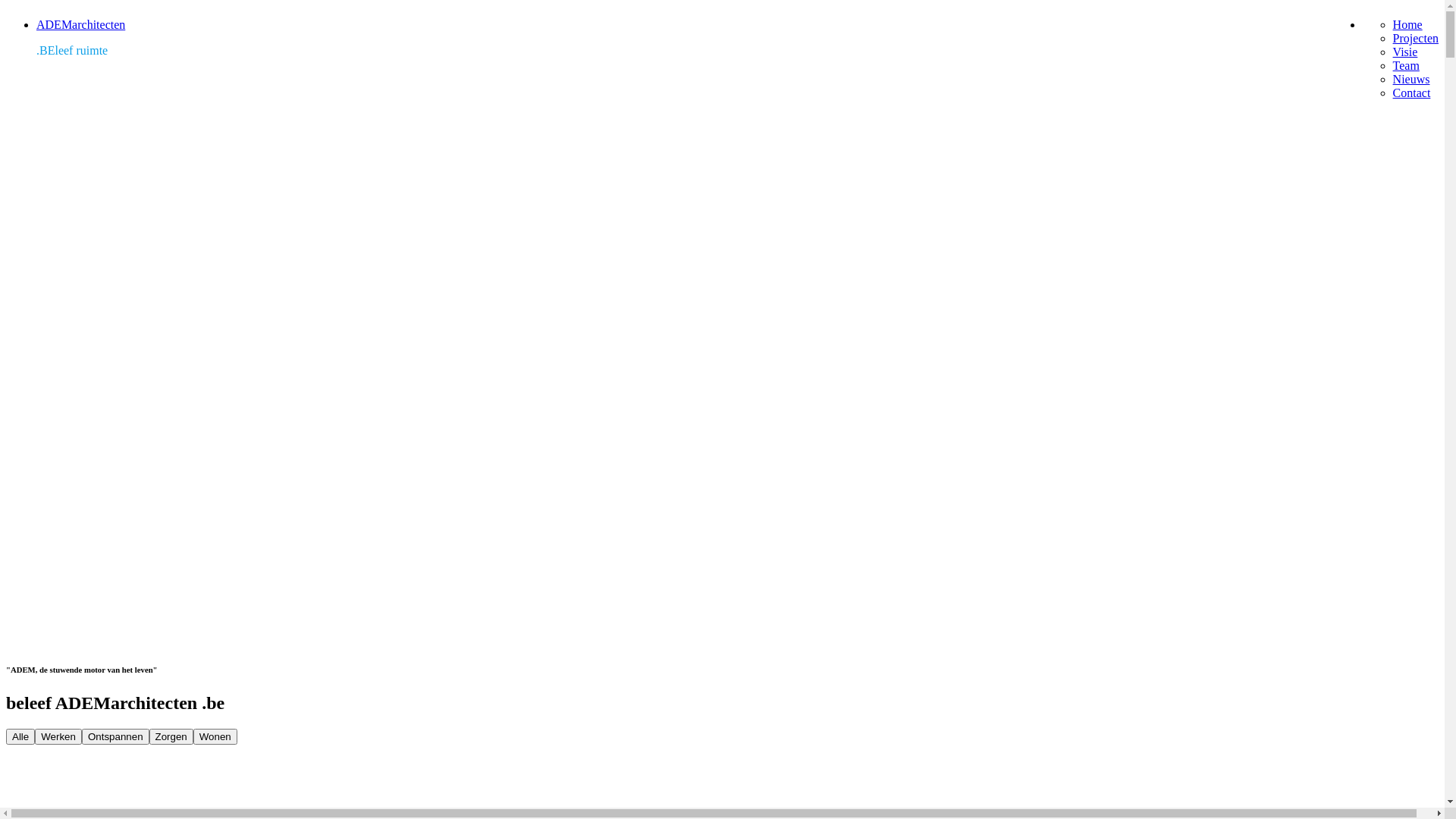 The image size is (1456, 819). What do you see at coordinates (1404, 51) in the screenshot?
I see `'Visie'` at bounding box center [1404, 51].